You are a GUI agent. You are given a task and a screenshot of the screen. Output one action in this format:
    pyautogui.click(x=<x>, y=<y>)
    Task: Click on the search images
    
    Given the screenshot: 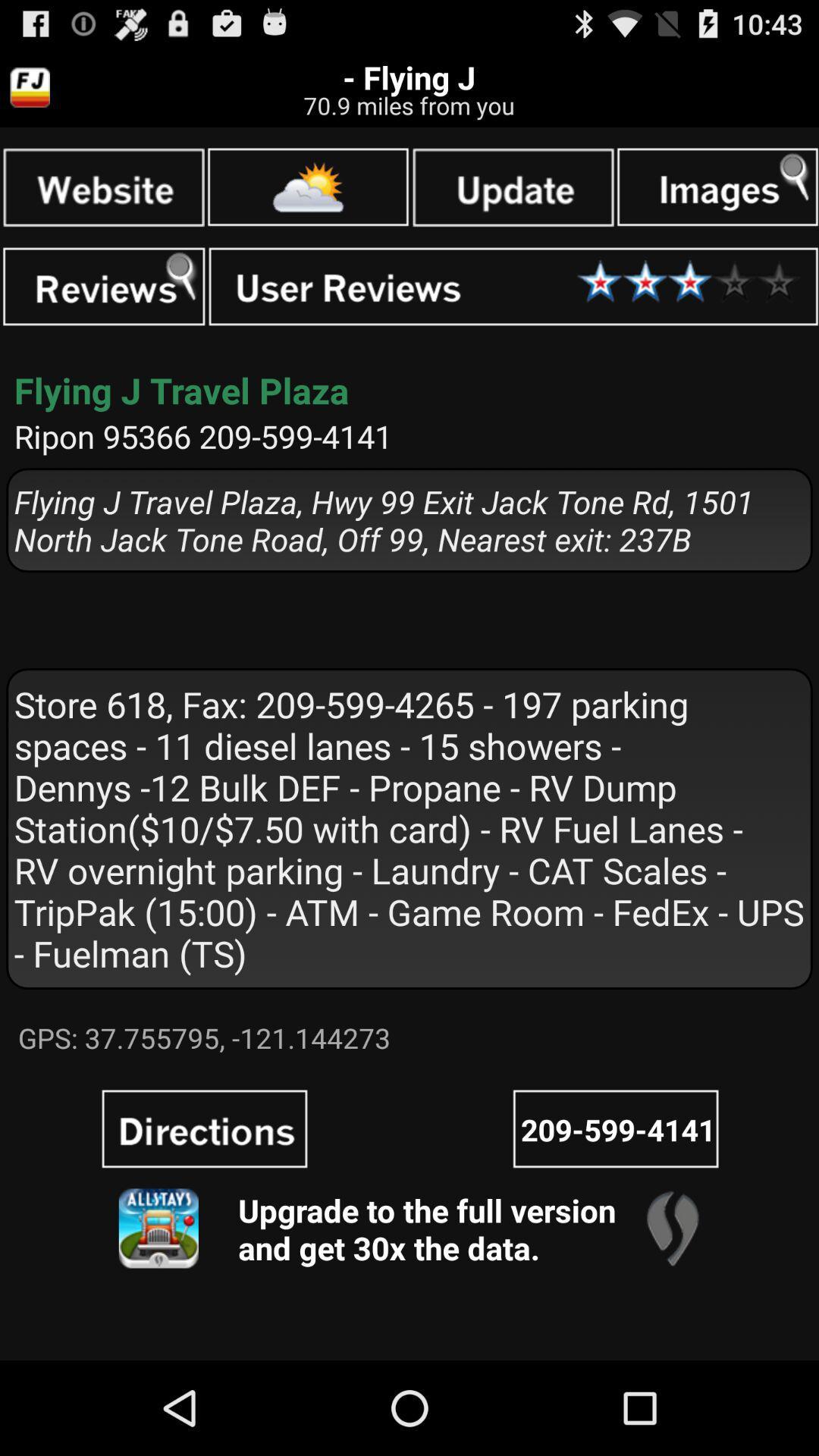 What is the action you would take?
    pyautogui.click(x=717, y=186)
    